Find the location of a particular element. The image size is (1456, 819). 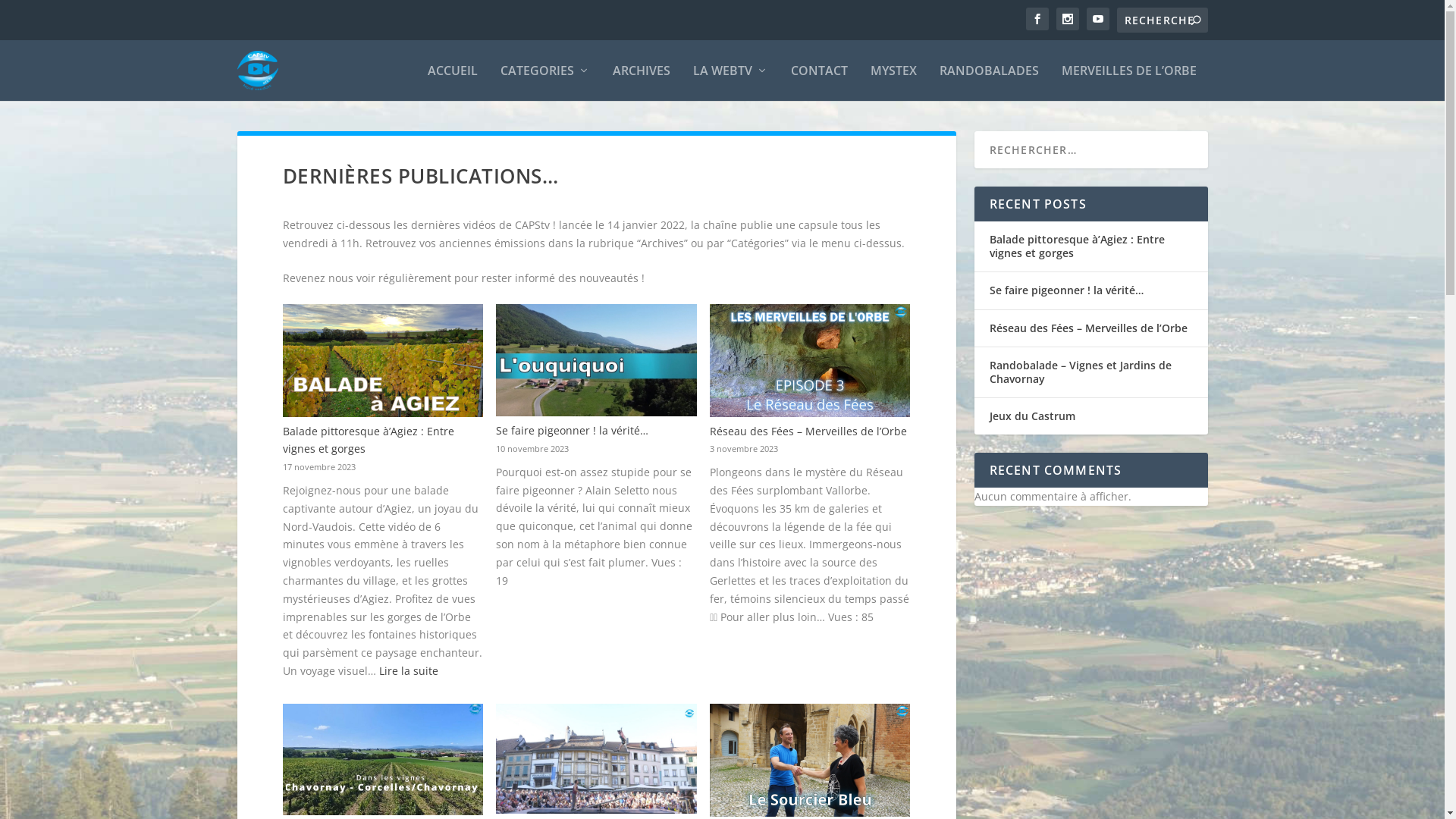

'RANDOBALADES' is located at coordinates (938, 82).